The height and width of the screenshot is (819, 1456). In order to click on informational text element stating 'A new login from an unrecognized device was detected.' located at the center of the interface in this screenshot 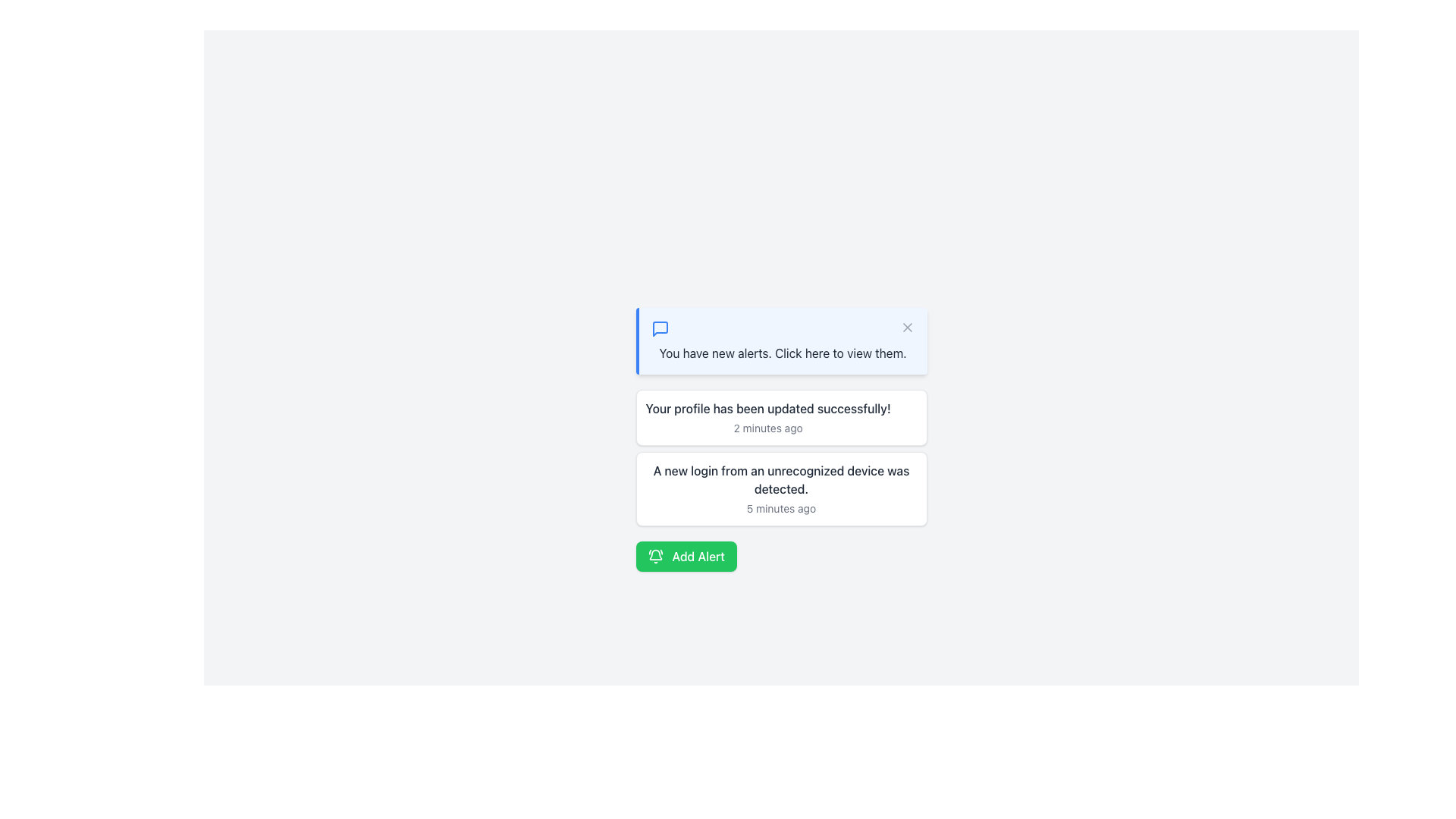, I will do `click(781, 479)`.